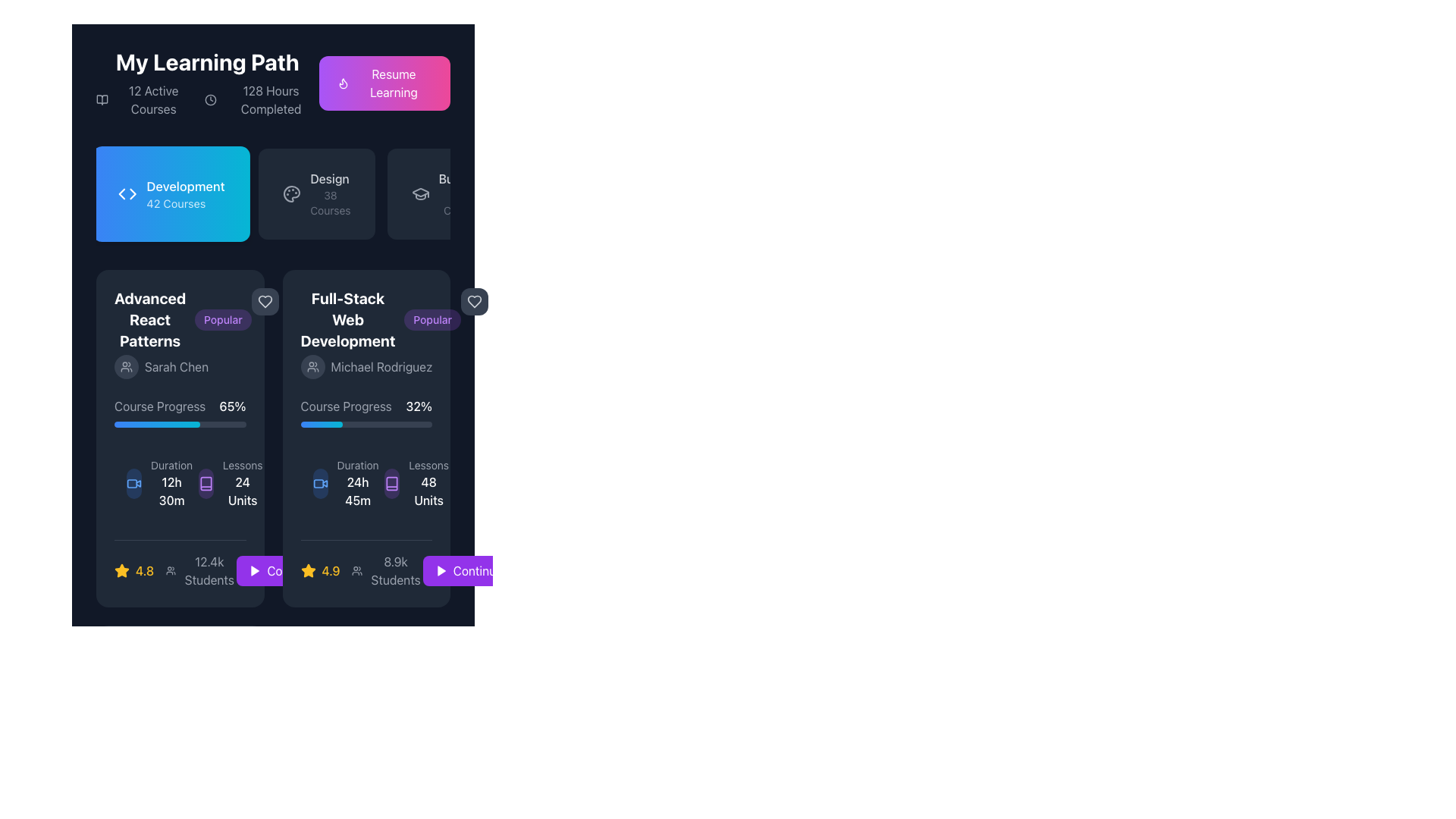 The width and height of the screenshot is (1456, 819). Describe the element at coordinates (330, 193) in the screenshot. I see `the 'Design' category button, which is the second item in the list of learning categories` at that location.